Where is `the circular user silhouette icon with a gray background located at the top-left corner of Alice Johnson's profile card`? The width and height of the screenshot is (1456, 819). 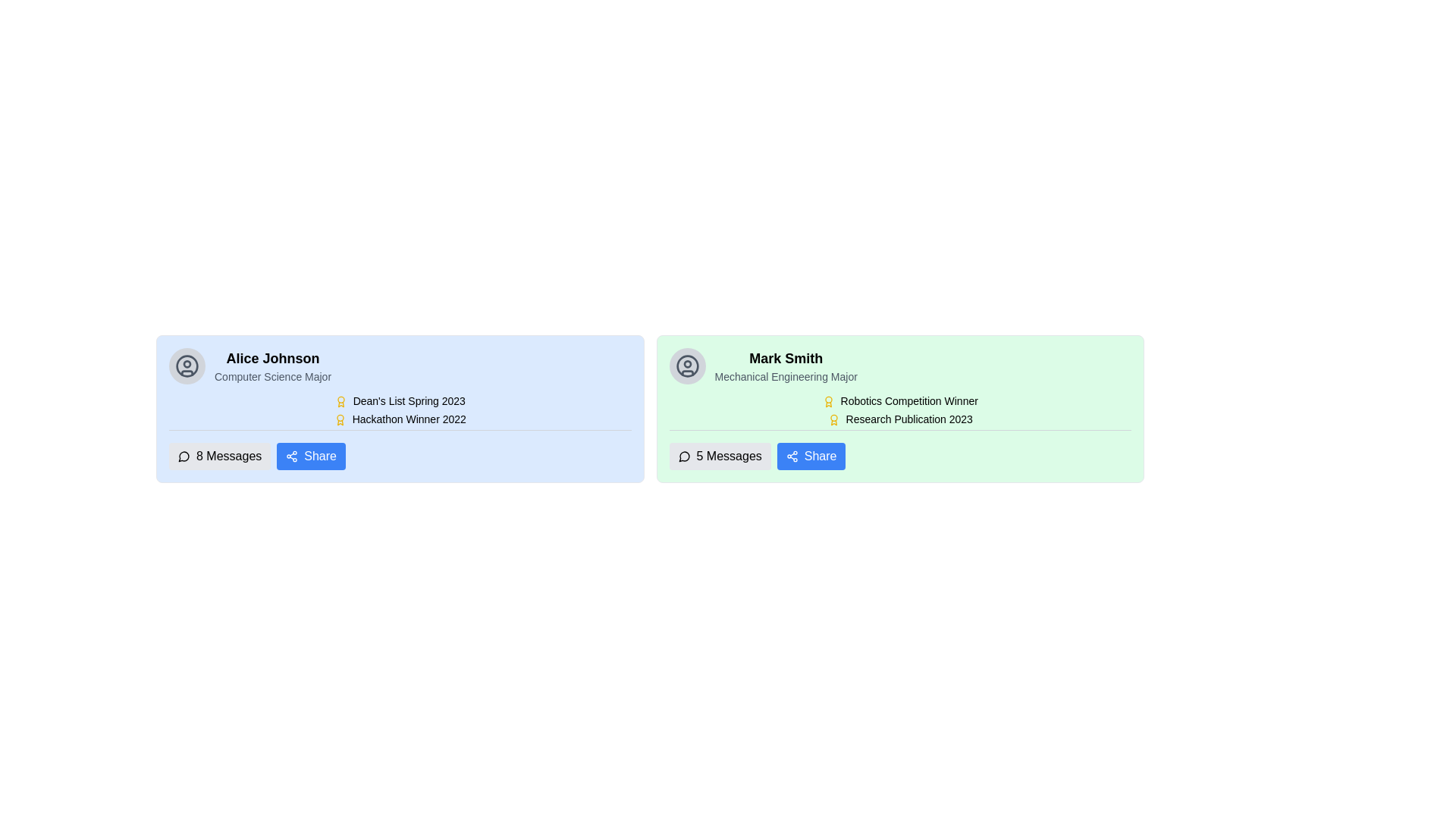 the circular user silhouette icon with a gray background located at the top-left corner of Alice Johnson's profile card is located at coordinates (186, 366).